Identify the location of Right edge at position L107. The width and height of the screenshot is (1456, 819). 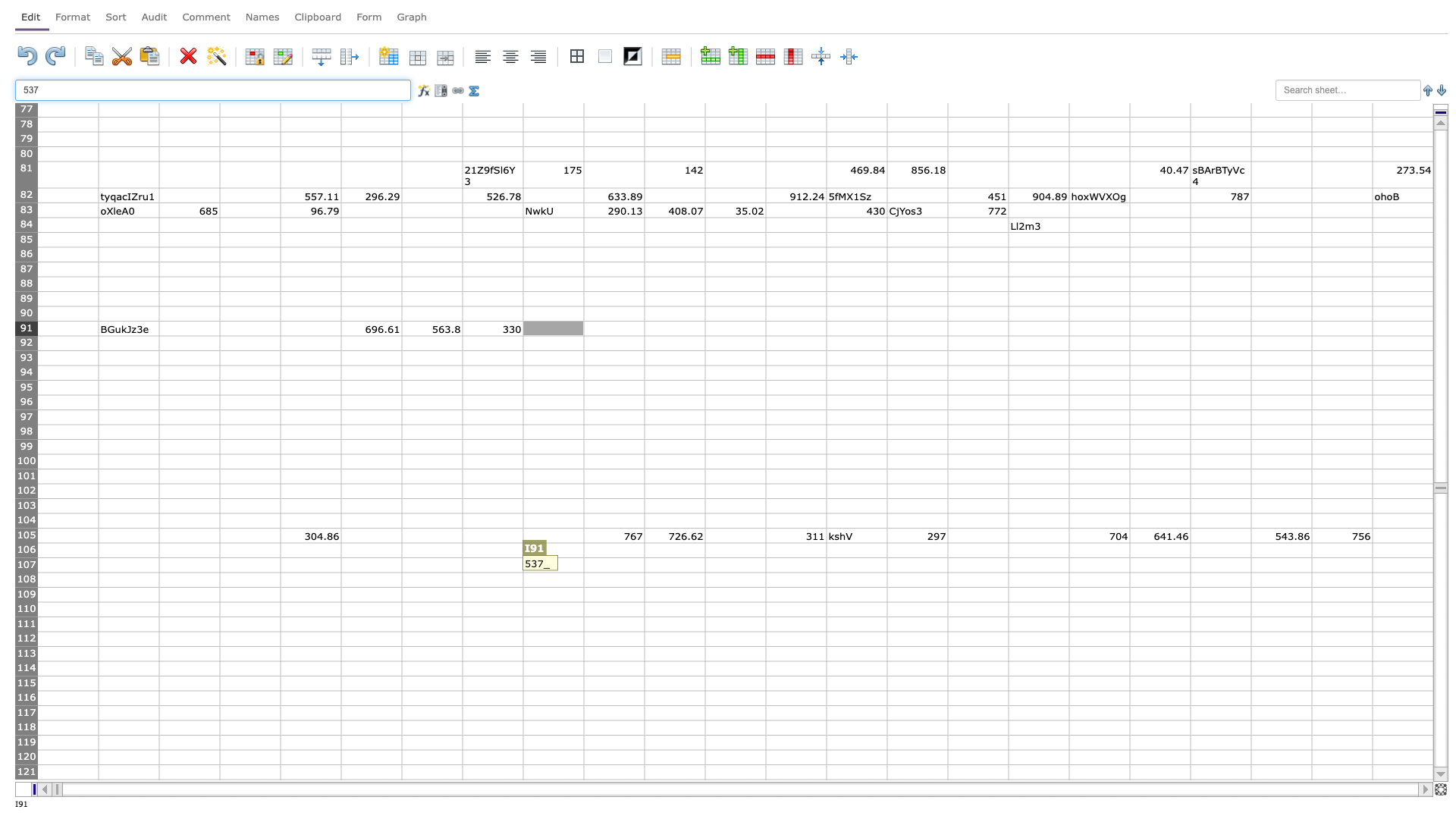
(765, 565).